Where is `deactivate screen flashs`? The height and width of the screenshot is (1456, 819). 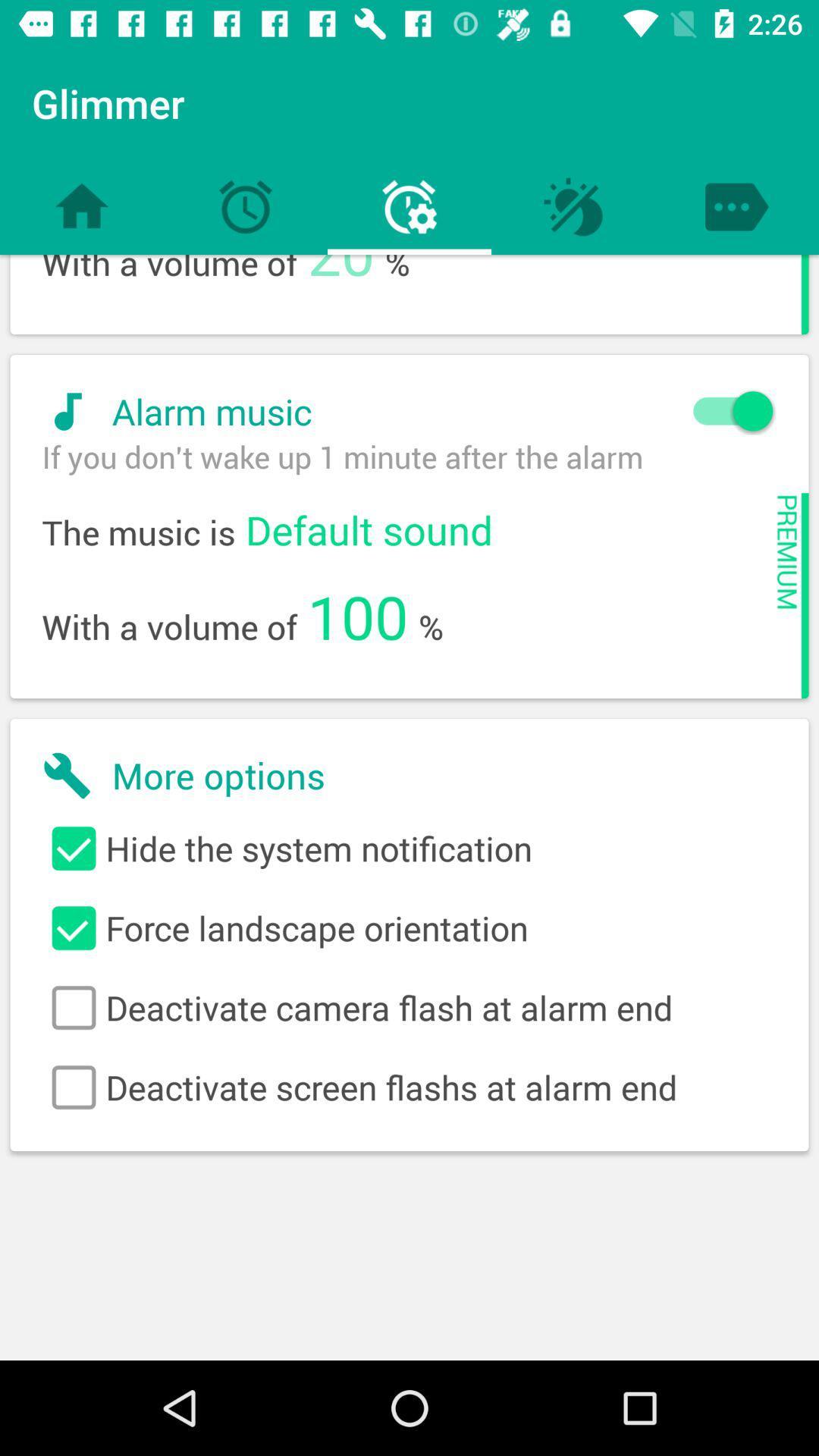
deactivate screen flashs is located at coordinates (409, 1087).